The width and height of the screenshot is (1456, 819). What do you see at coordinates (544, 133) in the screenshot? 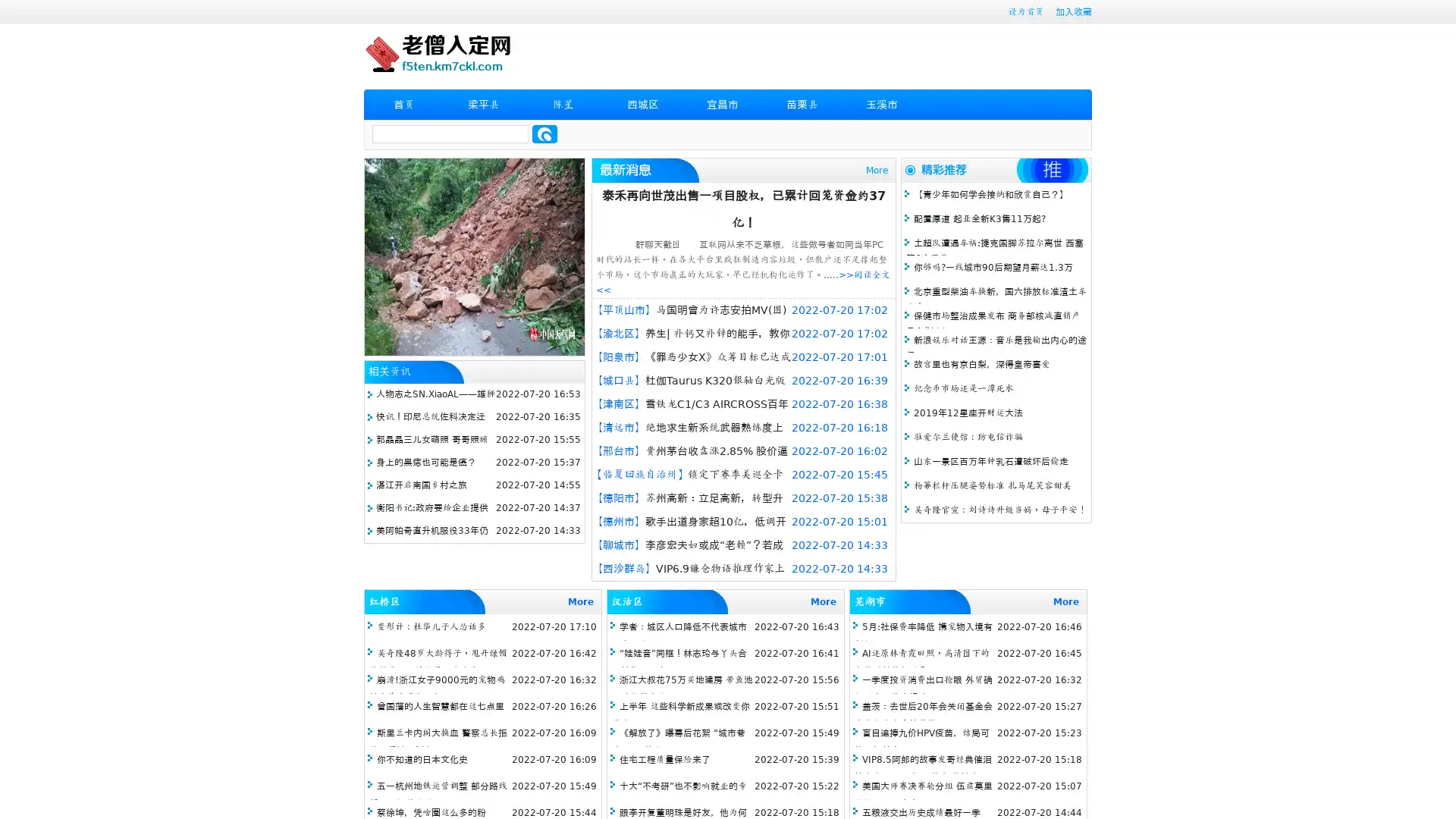
I see `Search` at bounding box center [544, 133].